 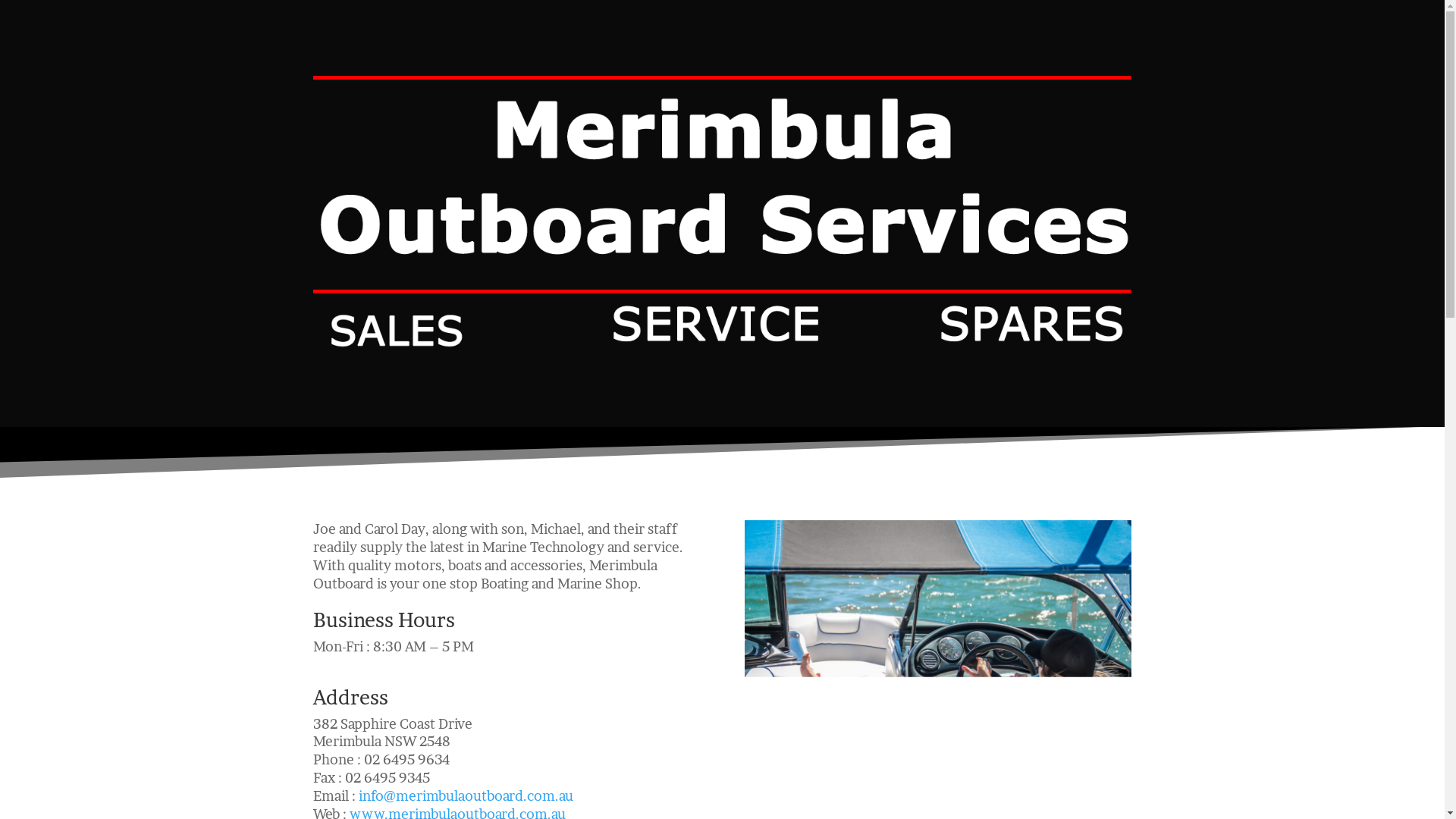 I want to click on 'info@merimbulaoutboard.com.au', so click(x=464, y=795).